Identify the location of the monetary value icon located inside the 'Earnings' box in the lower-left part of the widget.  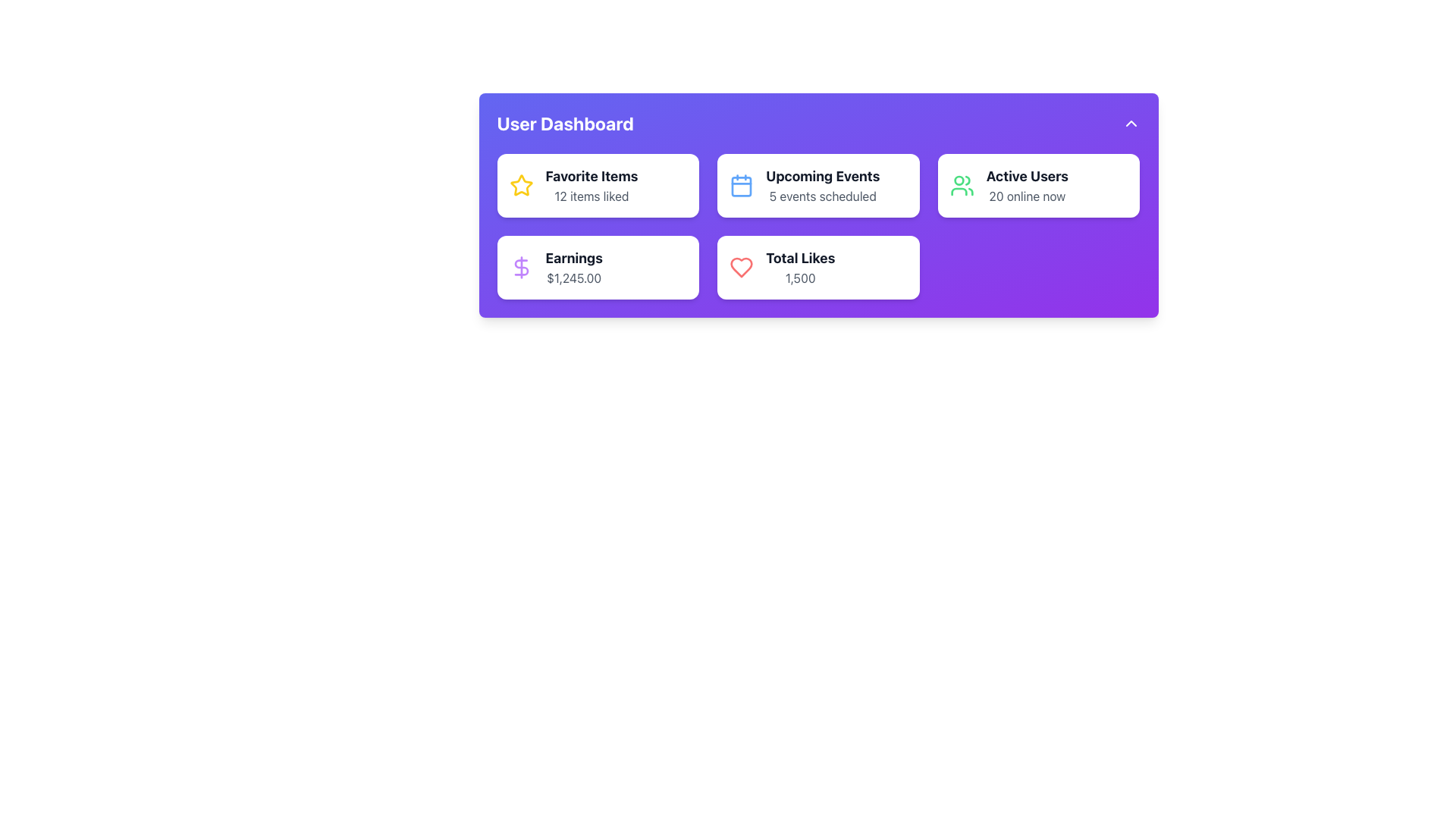
(521, 267).